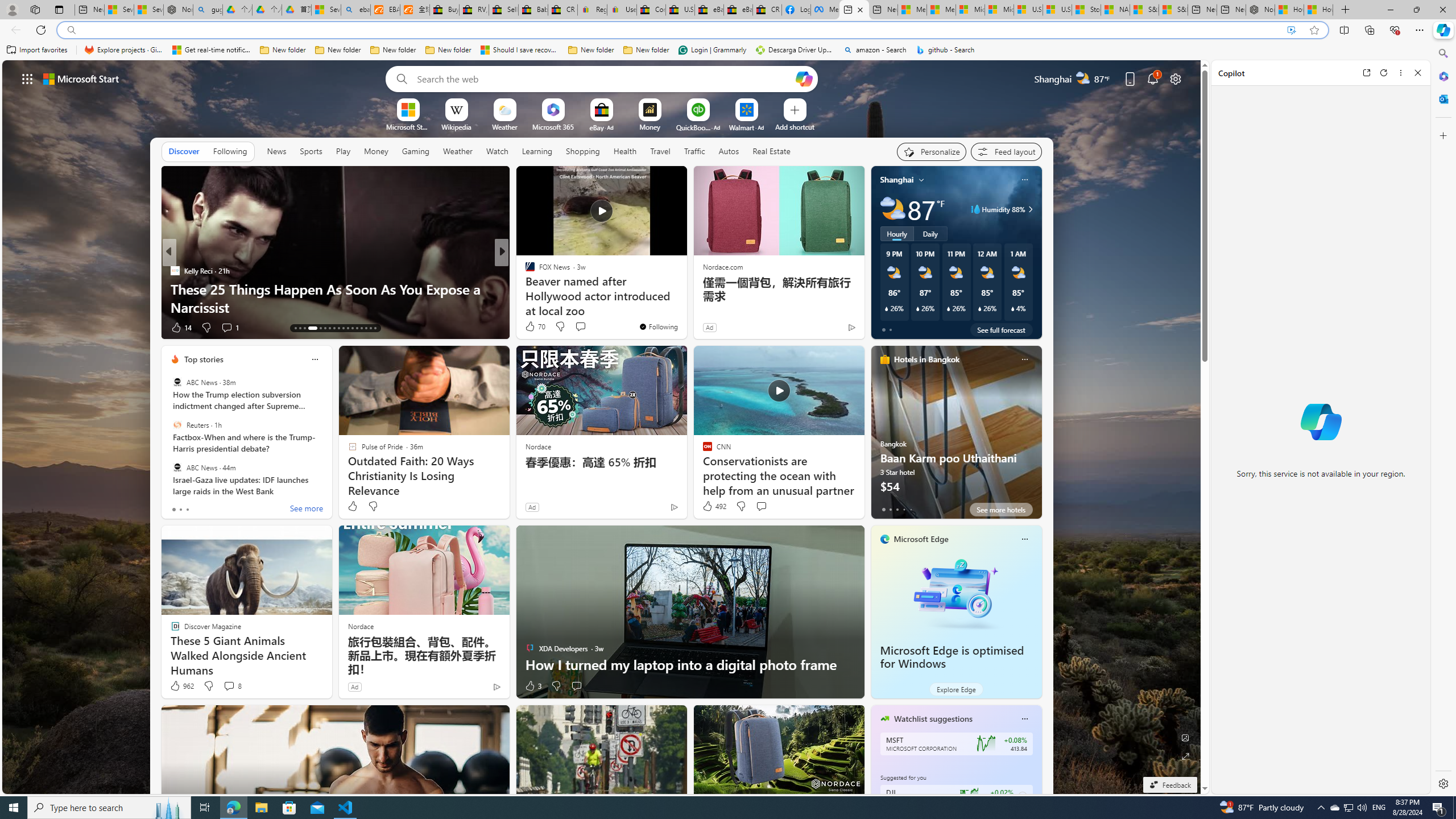 This screenshot has height=819, width=1456. Describe the element at coordinates (531, 327) in the screenshot. I see `'81 Like'` at that location.